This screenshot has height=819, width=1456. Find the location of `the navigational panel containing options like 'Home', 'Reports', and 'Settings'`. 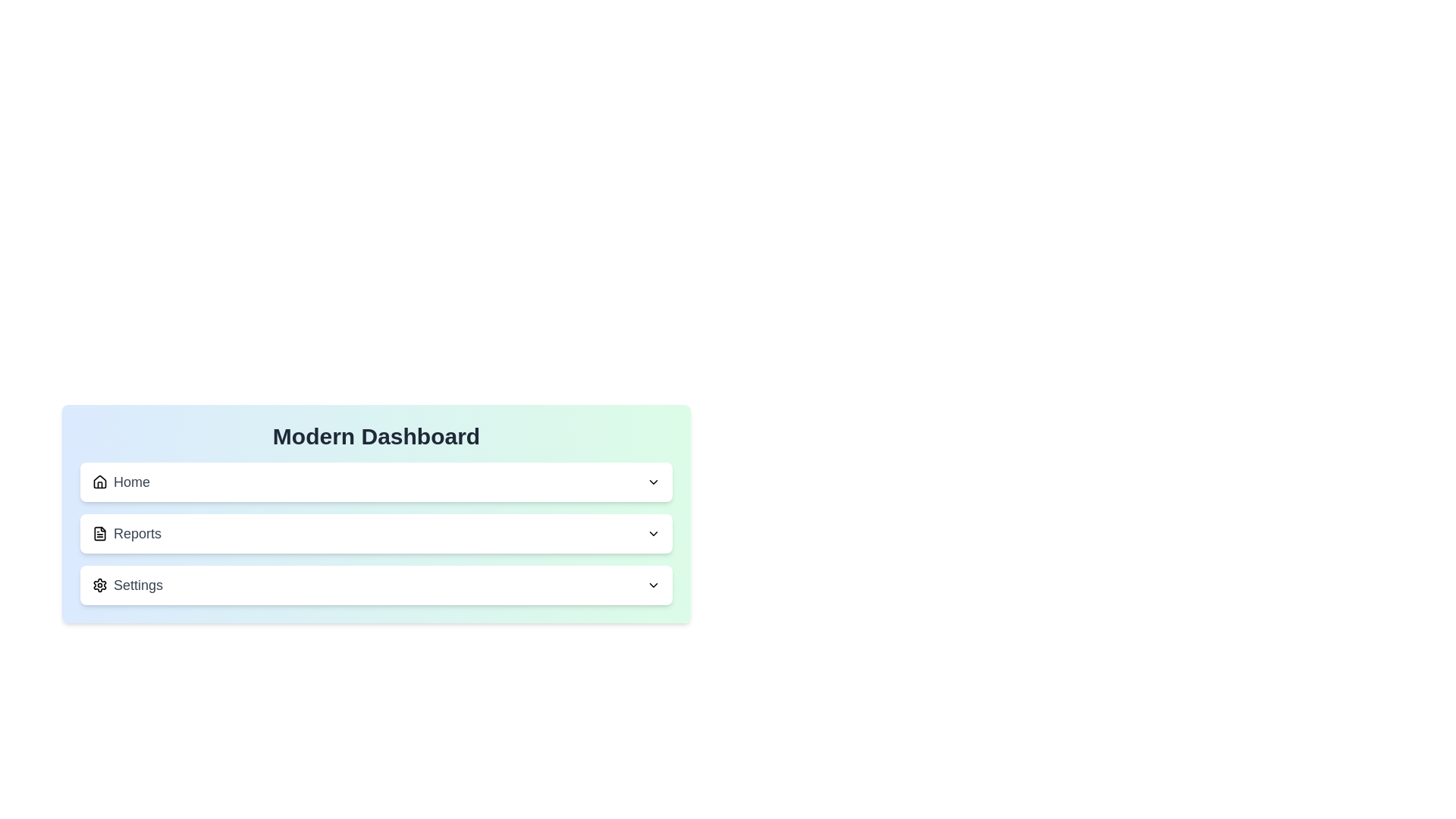

the navigational panel containing options like 'Home', 'Reports', and 'Settings' is located at coordinates (376, 560).